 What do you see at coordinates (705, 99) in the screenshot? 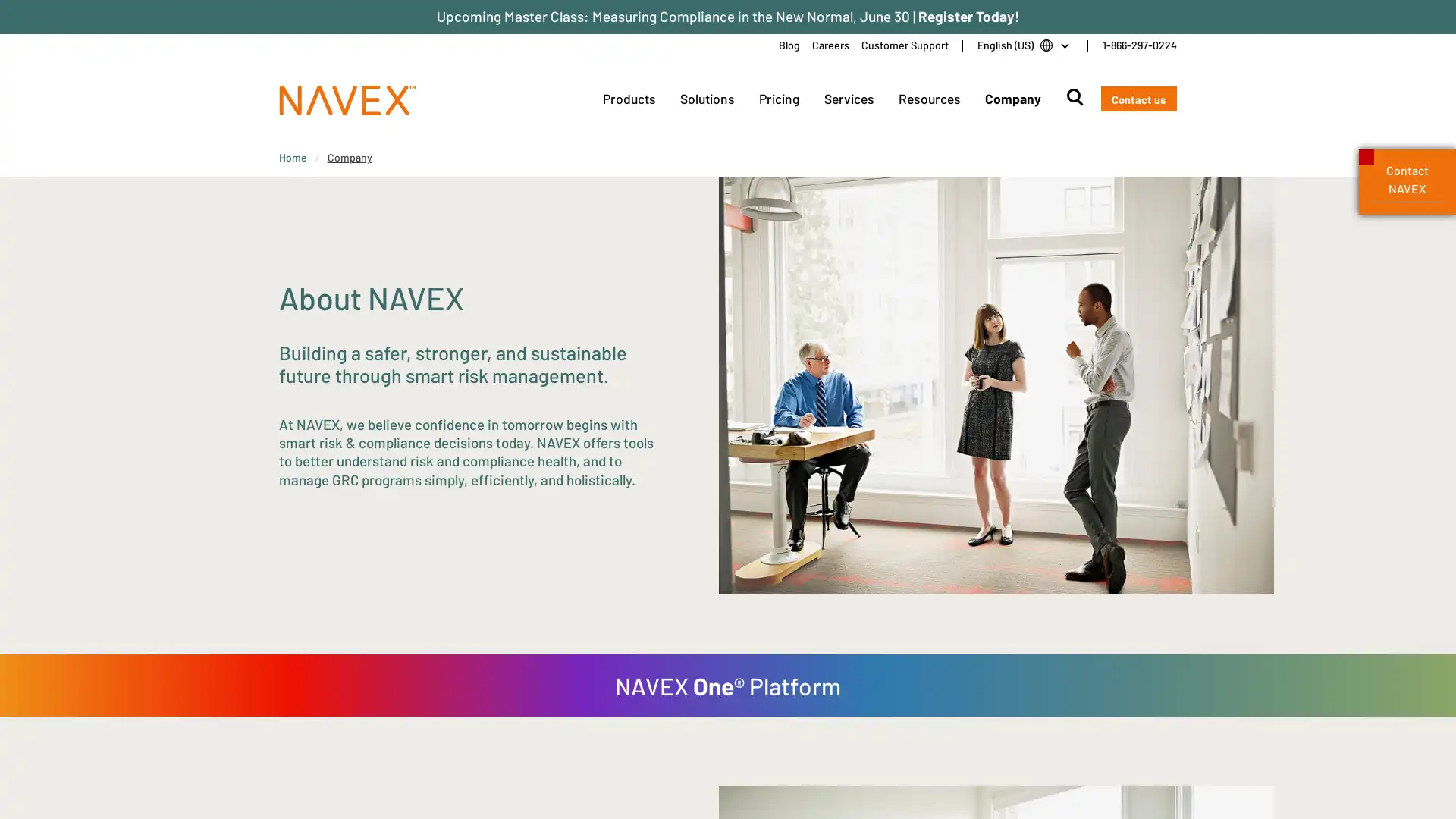
I see `Solutions` at bounding box center [705, 99].